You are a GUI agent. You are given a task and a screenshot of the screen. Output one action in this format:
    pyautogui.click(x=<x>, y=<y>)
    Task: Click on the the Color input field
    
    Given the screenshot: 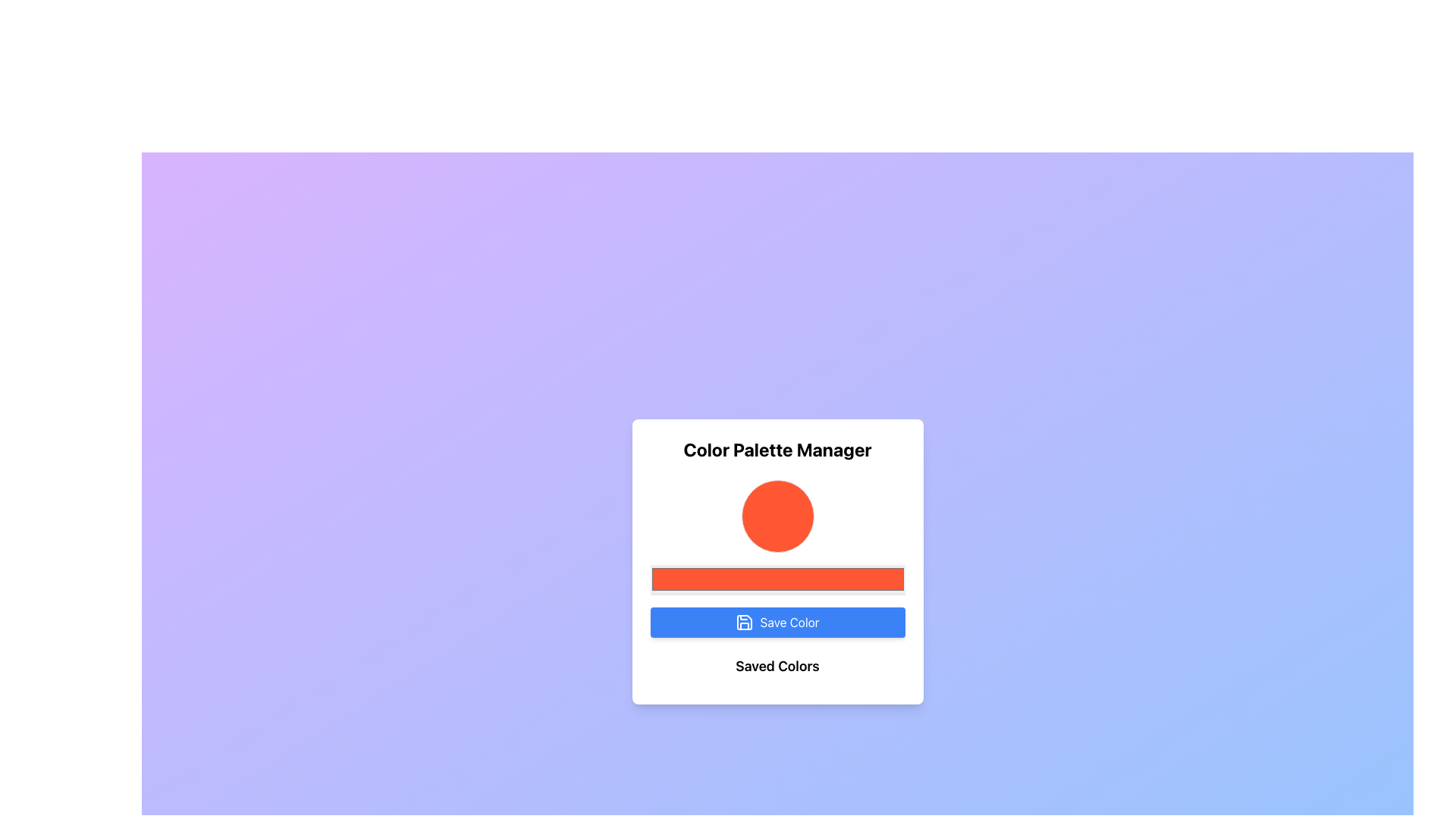 What is the action you would take?
    pyautogui.click(x=777, y=579)
    